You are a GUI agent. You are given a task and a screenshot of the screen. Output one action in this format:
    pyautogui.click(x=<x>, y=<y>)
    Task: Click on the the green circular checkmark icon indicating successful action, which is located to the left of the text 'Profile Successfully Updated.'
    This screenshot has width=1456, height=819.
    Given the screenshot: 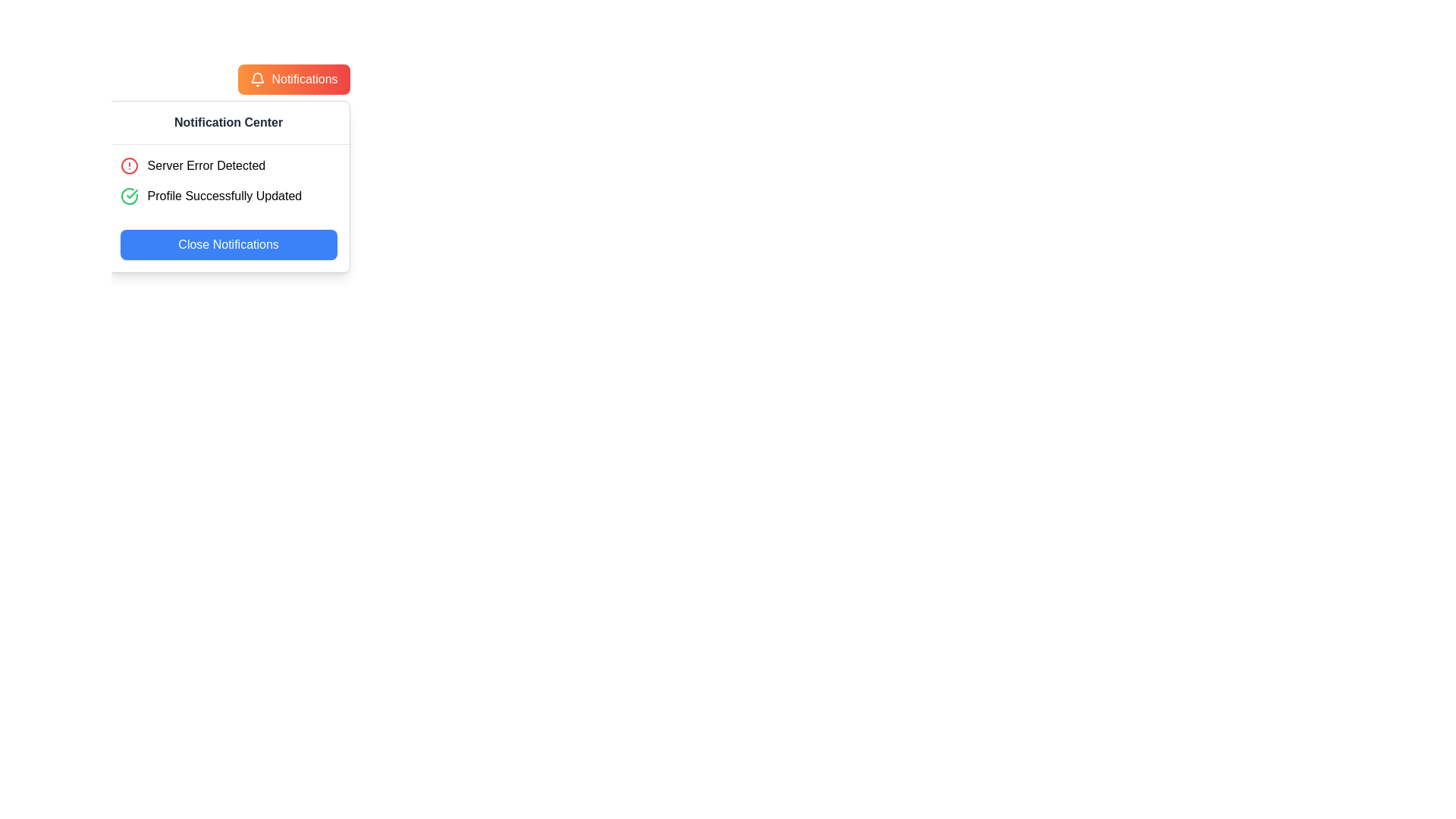 What is the action you would take?
    pyautogui.click(x=129, y=195)
    